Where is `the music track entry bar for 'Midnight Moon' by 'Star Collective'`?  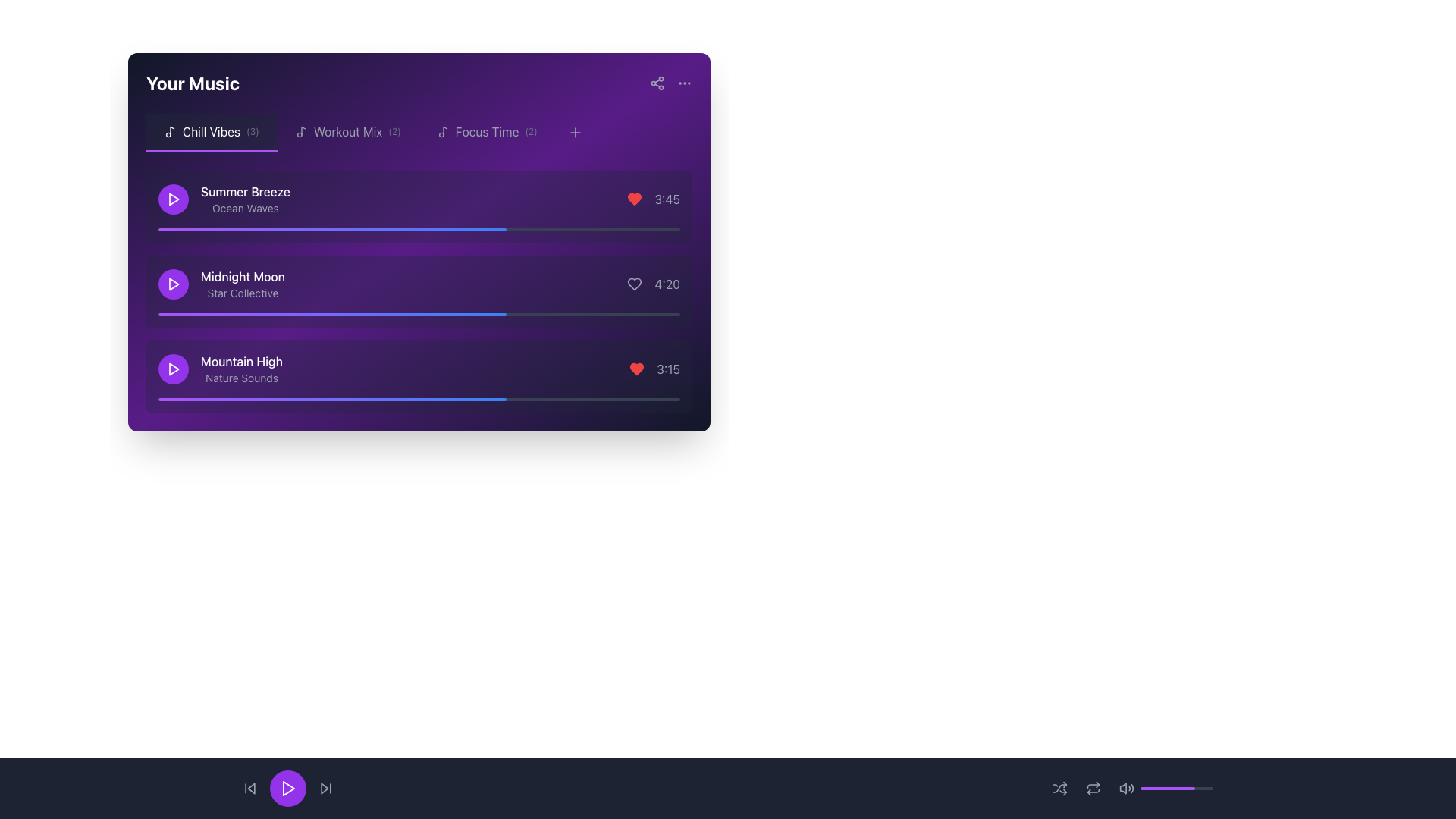 the music track entry bar for 'Midnight Moon' by 'Star Collective' is located at coordinates (419, 284).